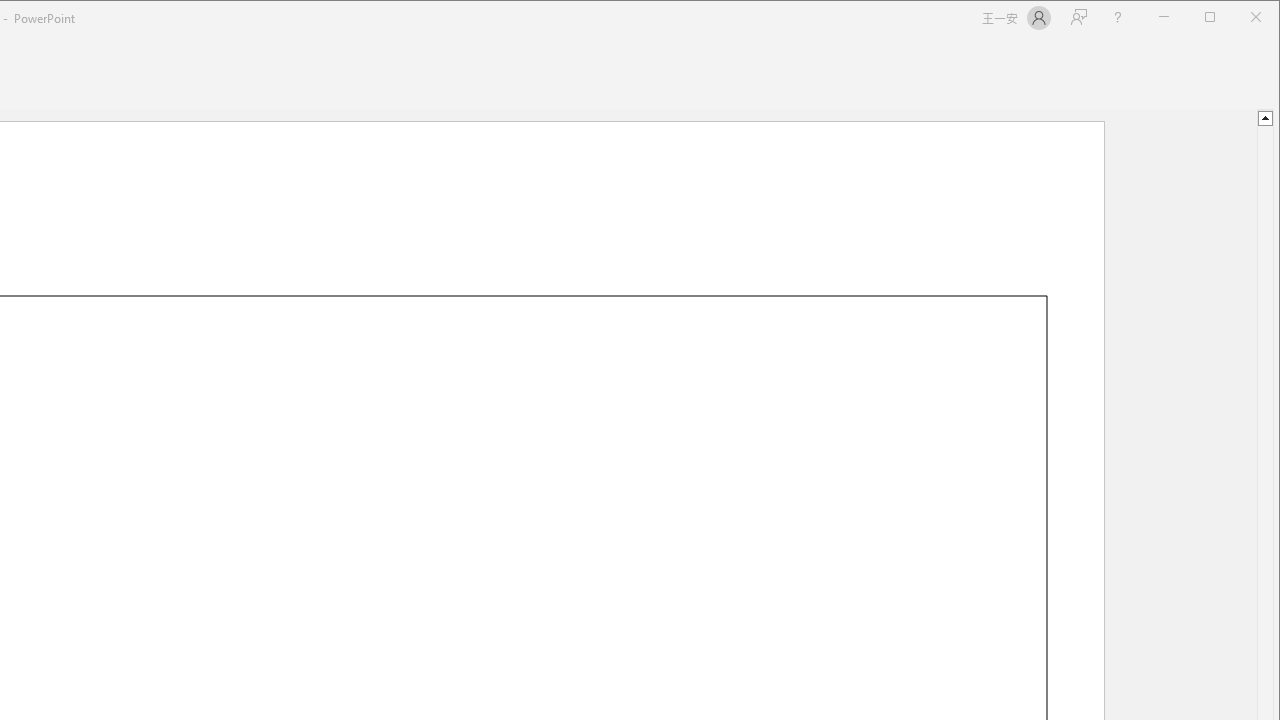  Describe the element at coordinates (1238, 19) in the screenshot. I see `'Maximize'` at that location.